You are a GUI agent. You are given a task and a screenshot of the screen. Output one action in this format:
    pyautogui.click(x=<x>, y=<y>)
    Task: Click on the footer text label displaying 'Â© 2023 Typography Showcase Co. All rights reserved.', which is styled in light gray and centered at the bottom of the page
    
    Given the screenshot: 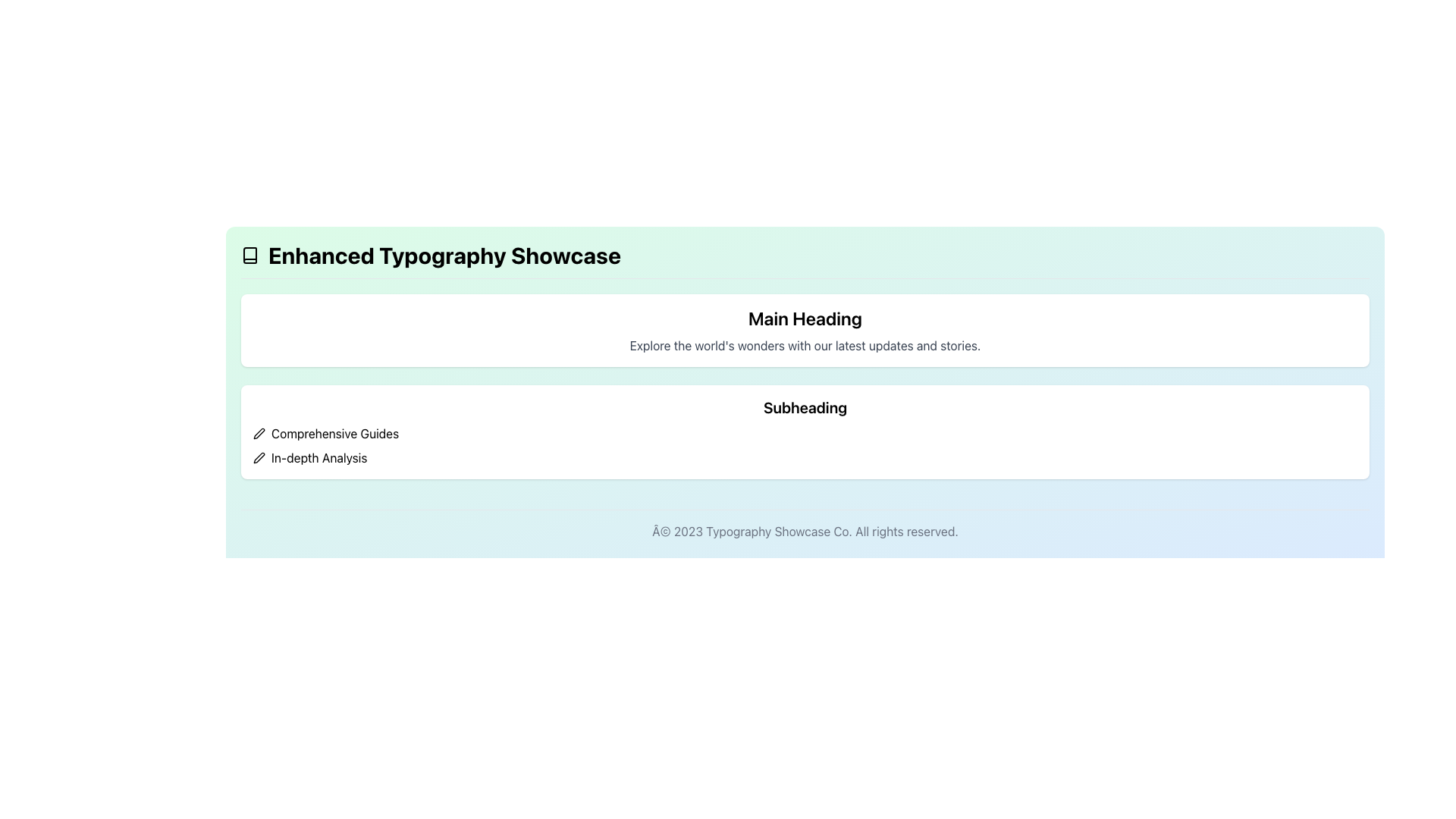 What is the action you would take?
    pyautogui.click(x=804, y=531)
    